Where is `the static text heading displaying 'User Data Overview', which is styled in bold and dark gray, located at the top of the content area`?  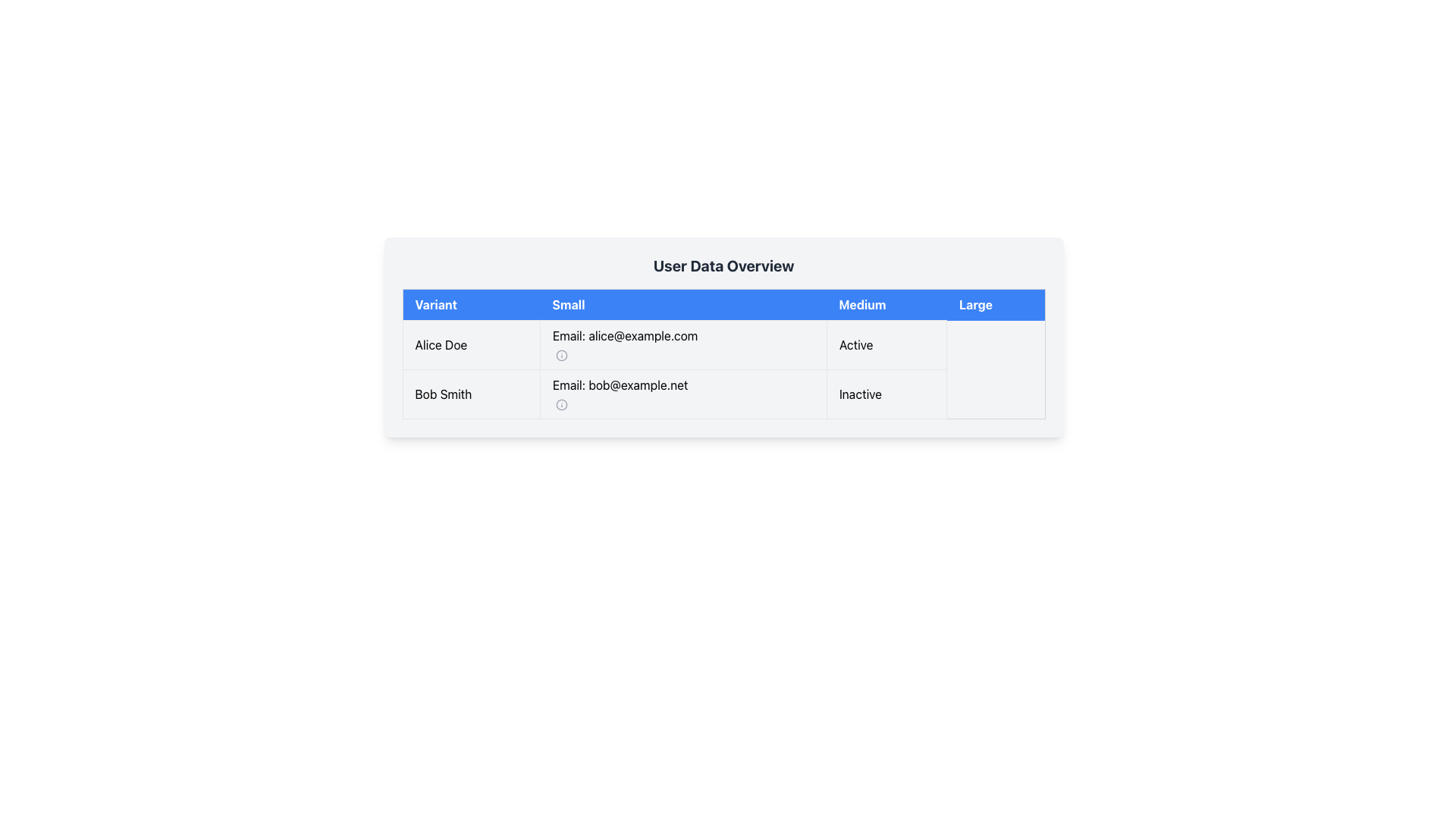 the static text heading displaying 'User Data Overview', which is styled in bold and dark gray, located at the top of the content area is located at coordinates (723, 265).